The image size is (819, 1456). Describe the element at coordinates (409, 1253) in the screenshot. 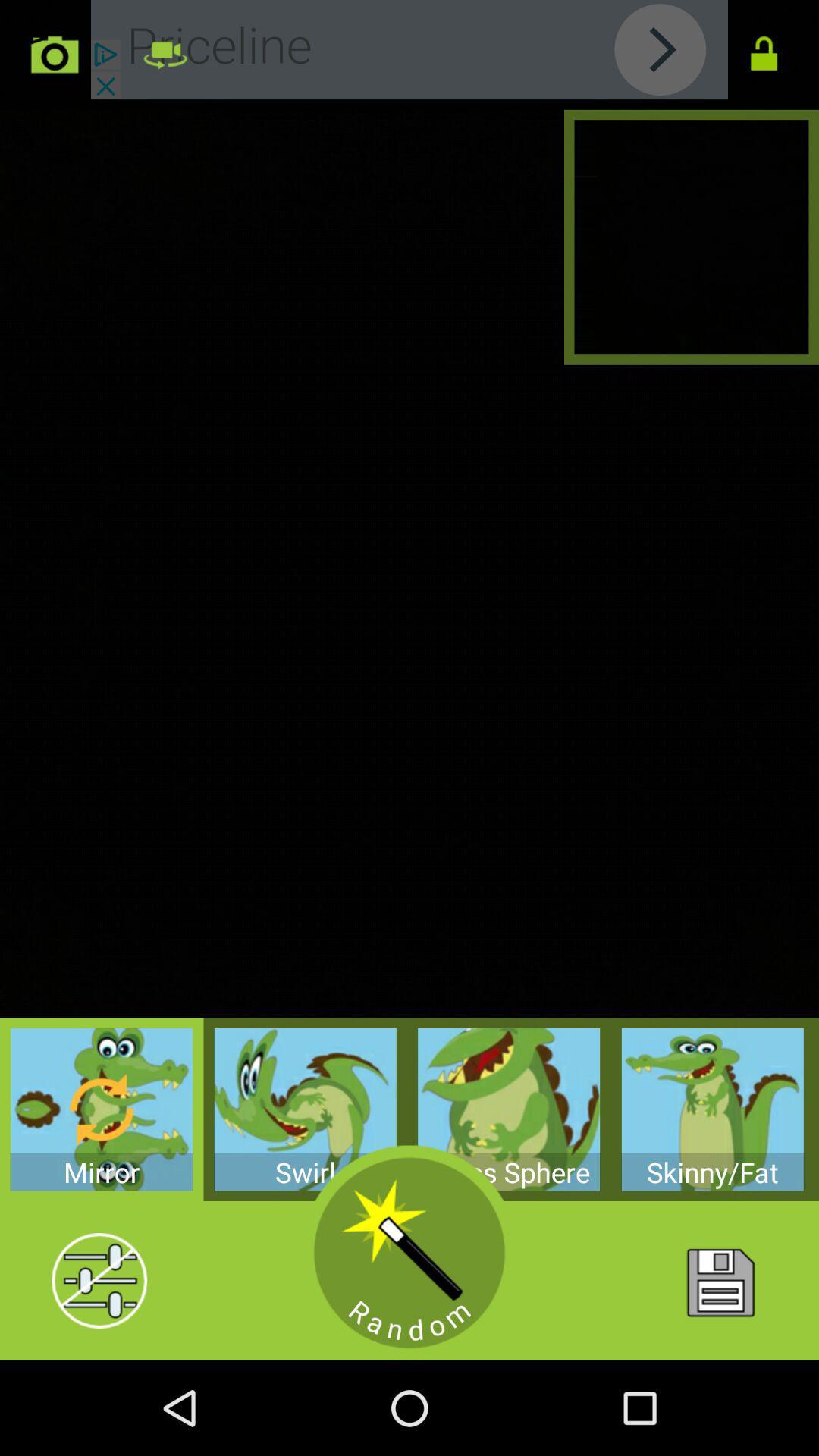

I see `random effect` at that location.